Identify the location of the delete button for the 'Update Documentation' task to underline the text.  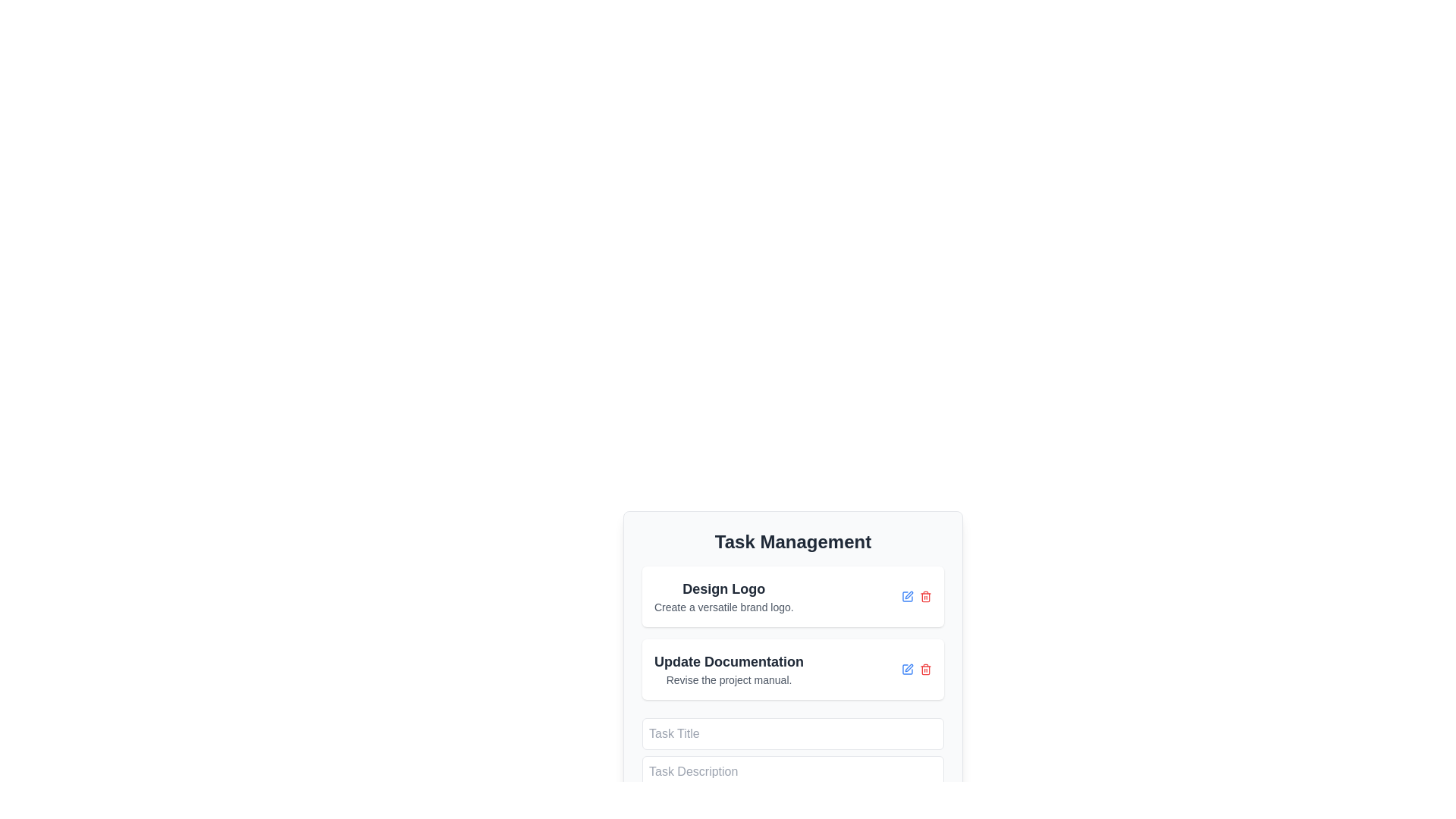
(924, 669).